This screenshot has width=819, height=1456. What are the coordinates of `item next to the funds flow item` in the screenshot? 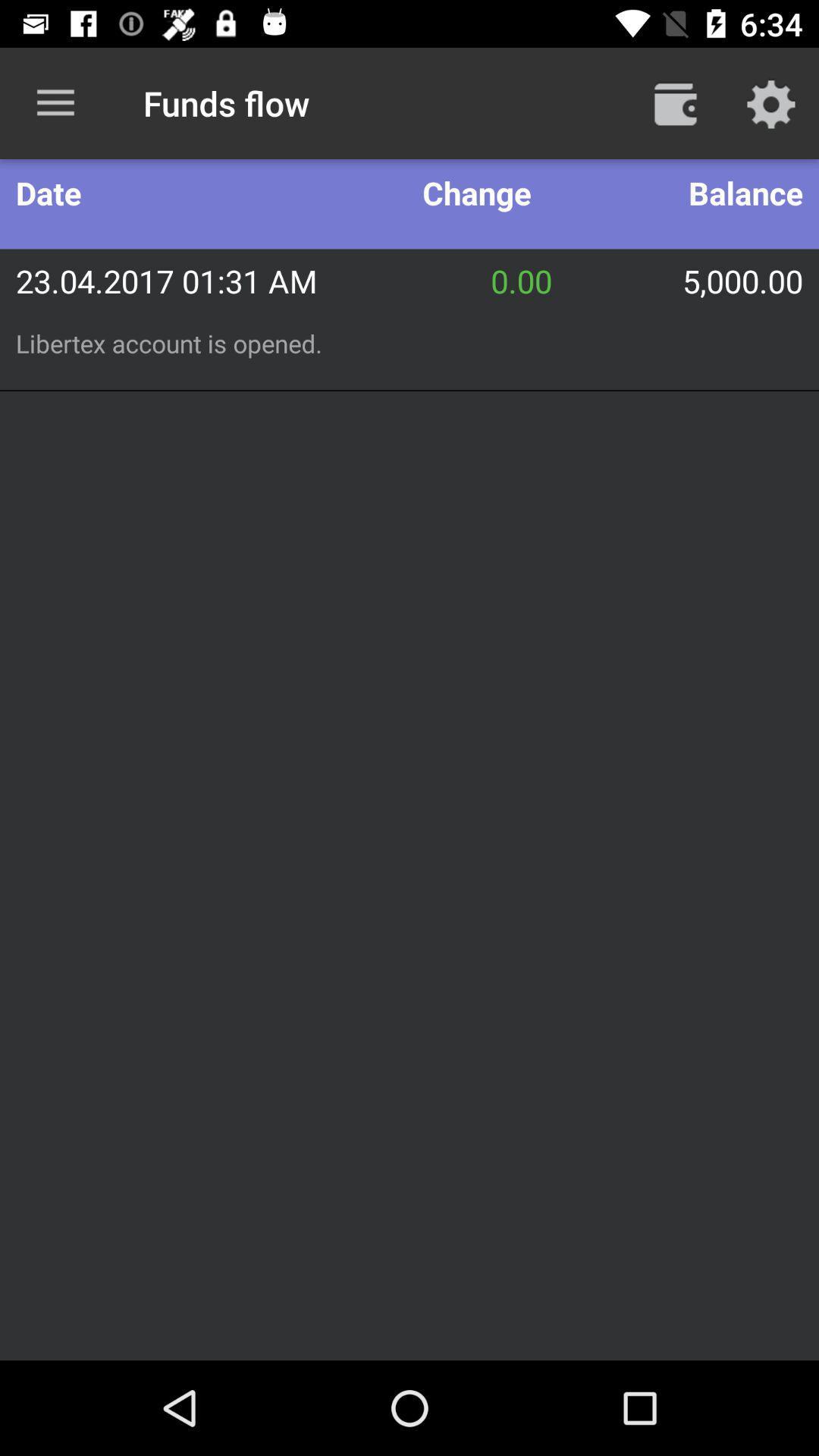 It's located at (55, 102).